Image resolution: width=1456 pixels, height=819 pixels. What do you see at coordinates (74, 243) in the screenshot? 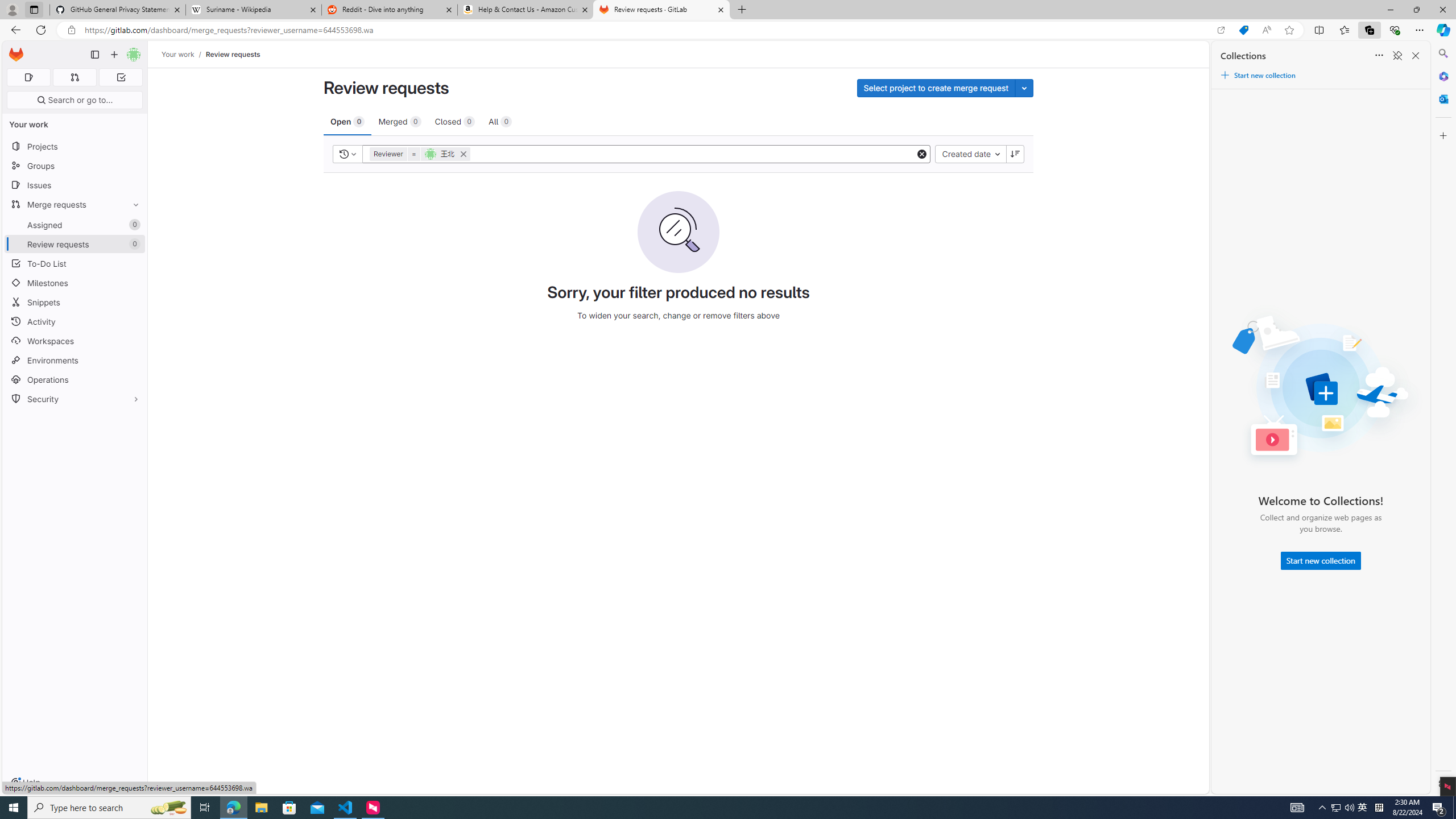
I see `'Review requests0'` at bounding box center [74, 243].